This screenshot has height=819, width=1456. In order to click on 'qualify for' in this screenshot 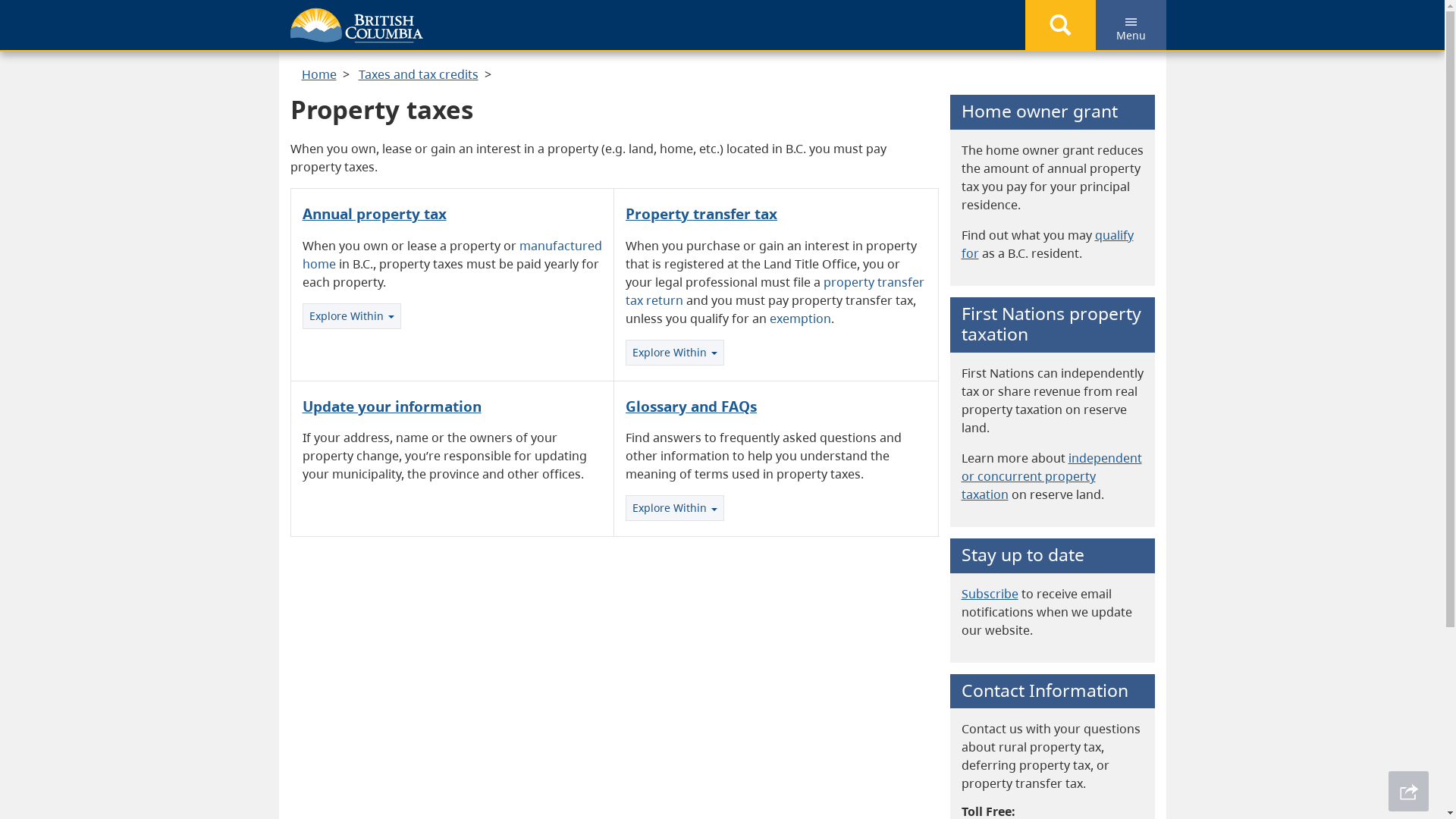, I will do `click(1046, 243)`.